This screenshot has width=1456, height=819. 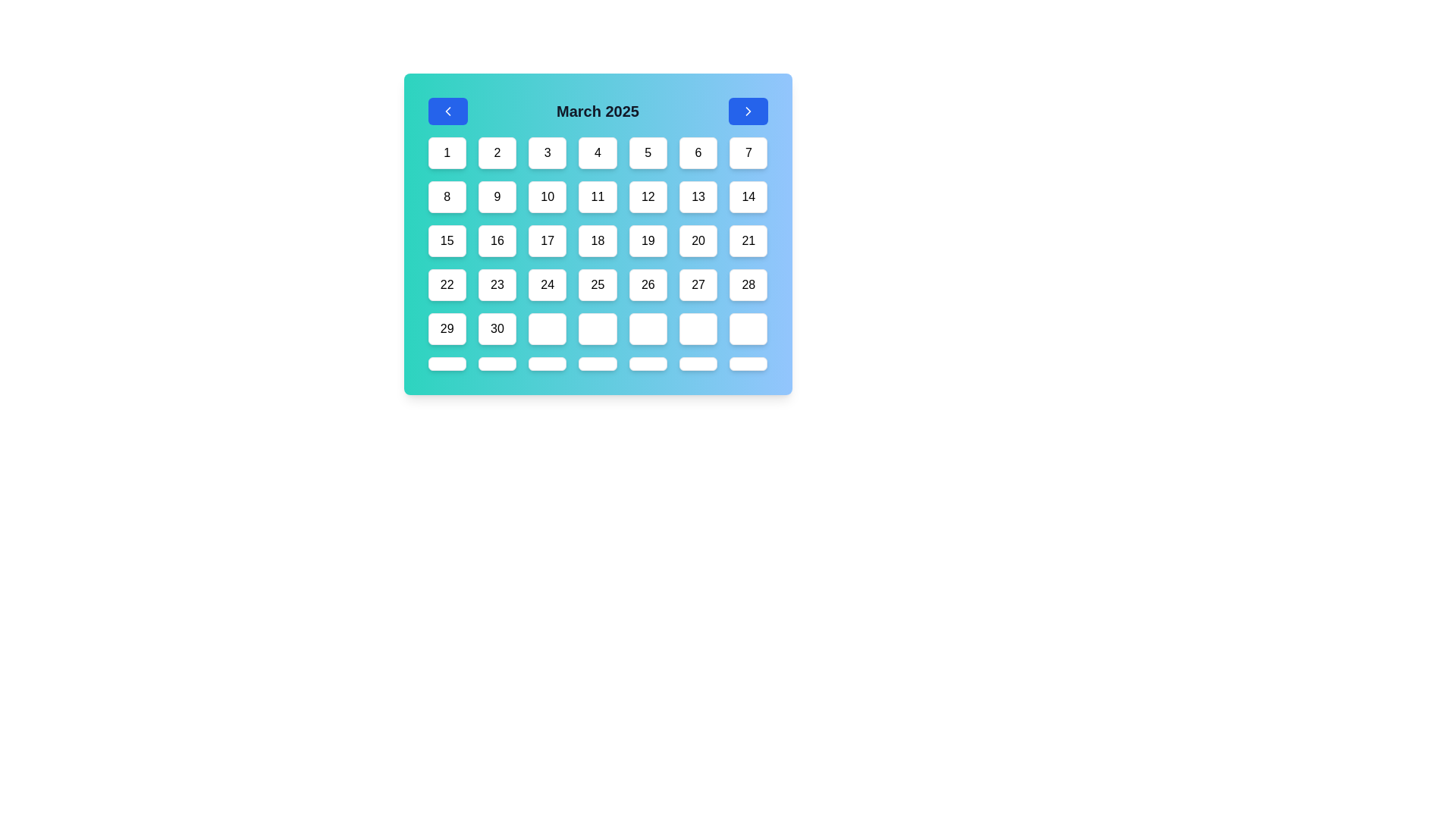 What do you see at coordinates (698, 328) in the screenshot?
I see `the empty grid cell in the seventh column of the last visible row of the grid titled 'March 2025'` at bounding box center [698, 328].